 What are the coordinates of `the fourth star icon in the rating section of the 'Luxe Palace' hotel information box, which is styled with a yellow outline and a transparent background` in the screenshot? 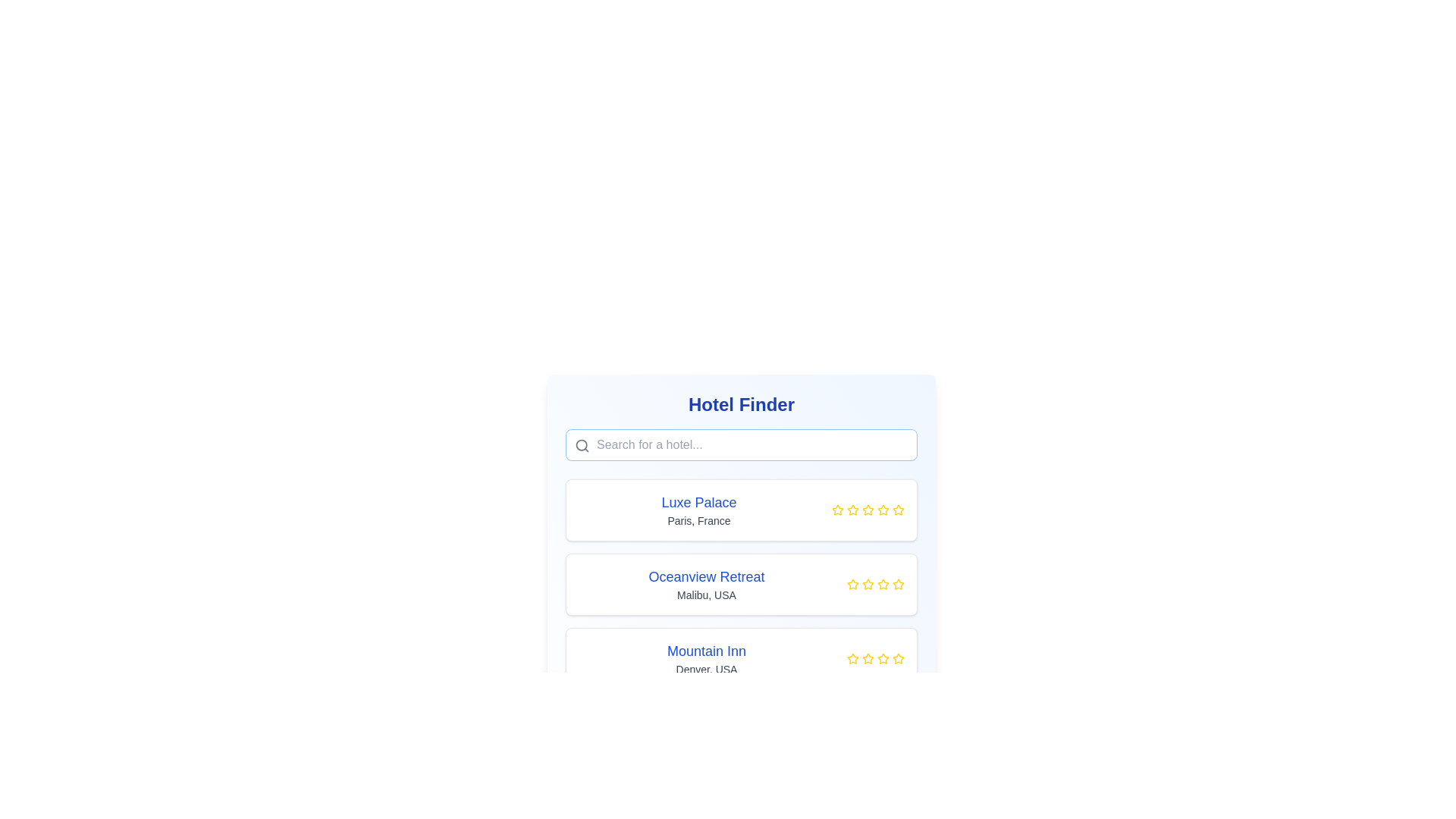 It's located at (899, 510).